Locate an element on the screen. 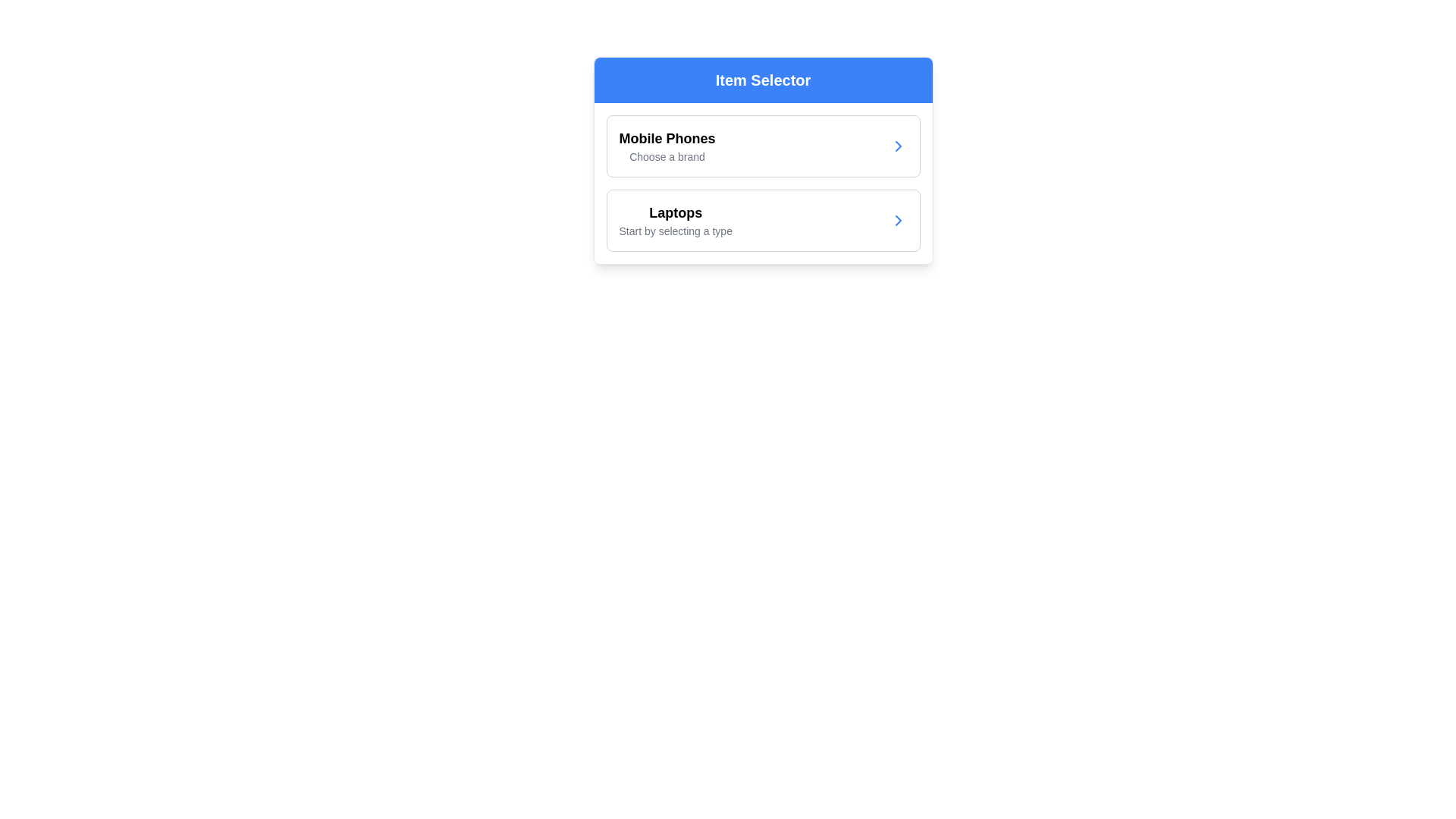  the Chevron-Right icon located at the right end of the 'Mobile Phones' row is located at coordinates (898, 146).